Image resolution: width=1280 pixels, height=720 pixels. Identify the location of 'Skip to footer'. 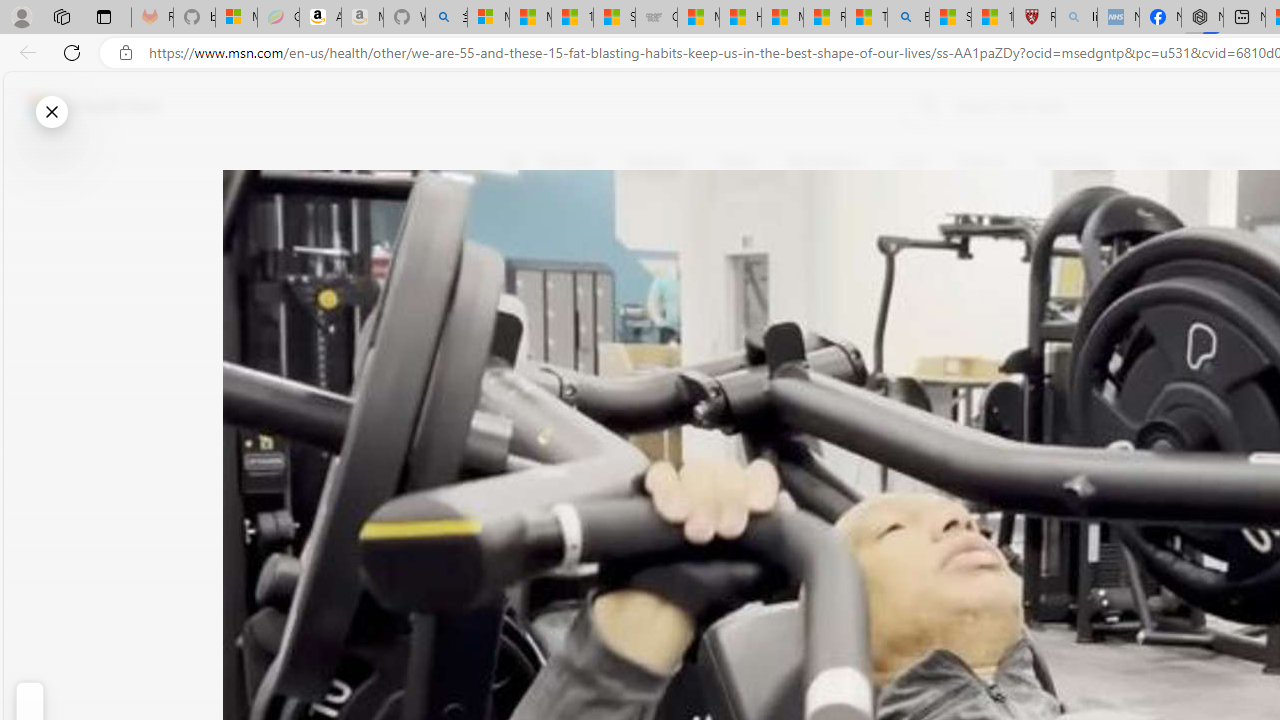
(81, 105).